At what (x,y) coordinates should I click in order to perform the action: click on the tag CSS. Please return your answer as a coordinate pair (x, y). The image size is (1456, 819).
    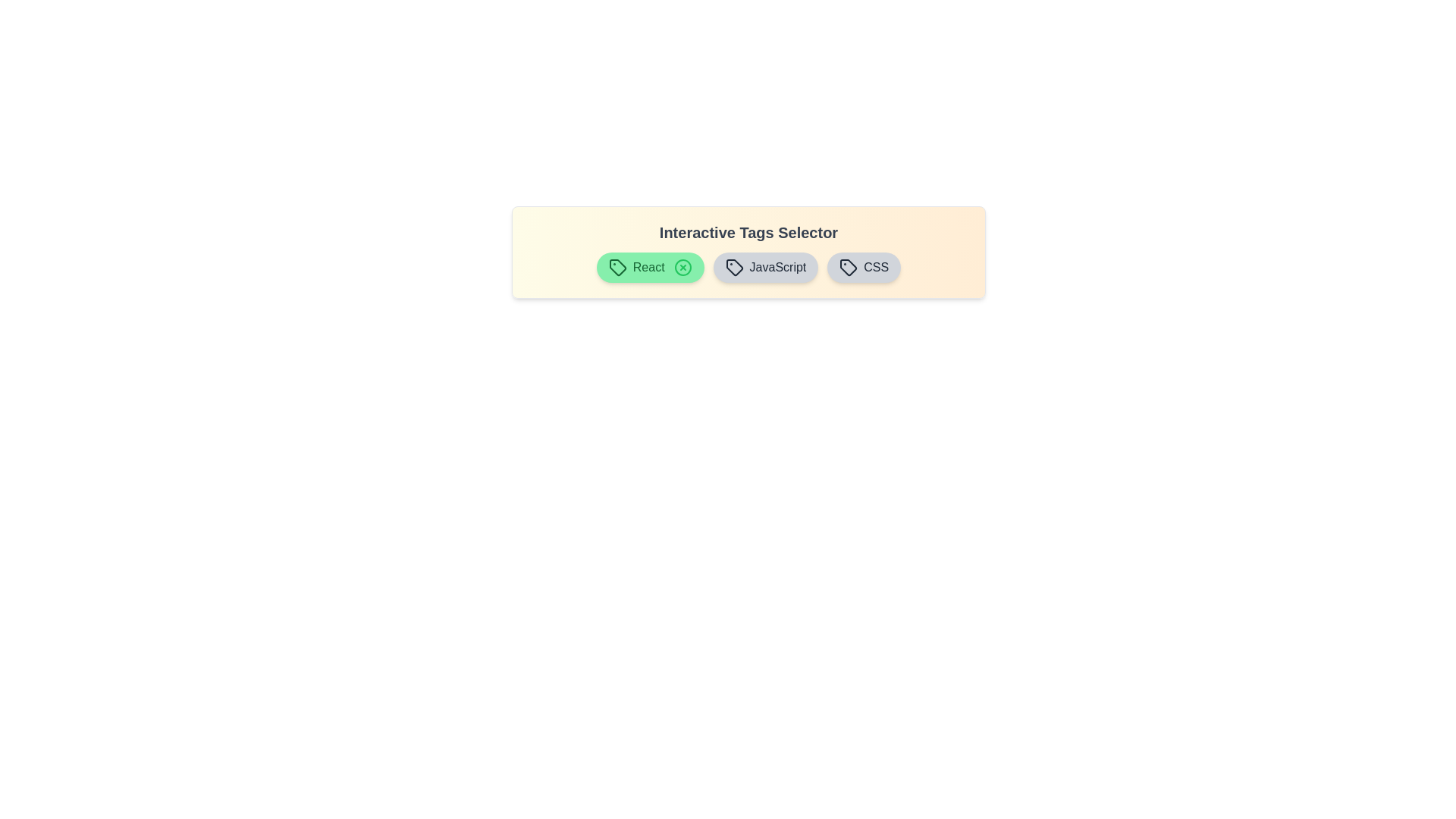
    Looking at the image, I should click on (864, 267).